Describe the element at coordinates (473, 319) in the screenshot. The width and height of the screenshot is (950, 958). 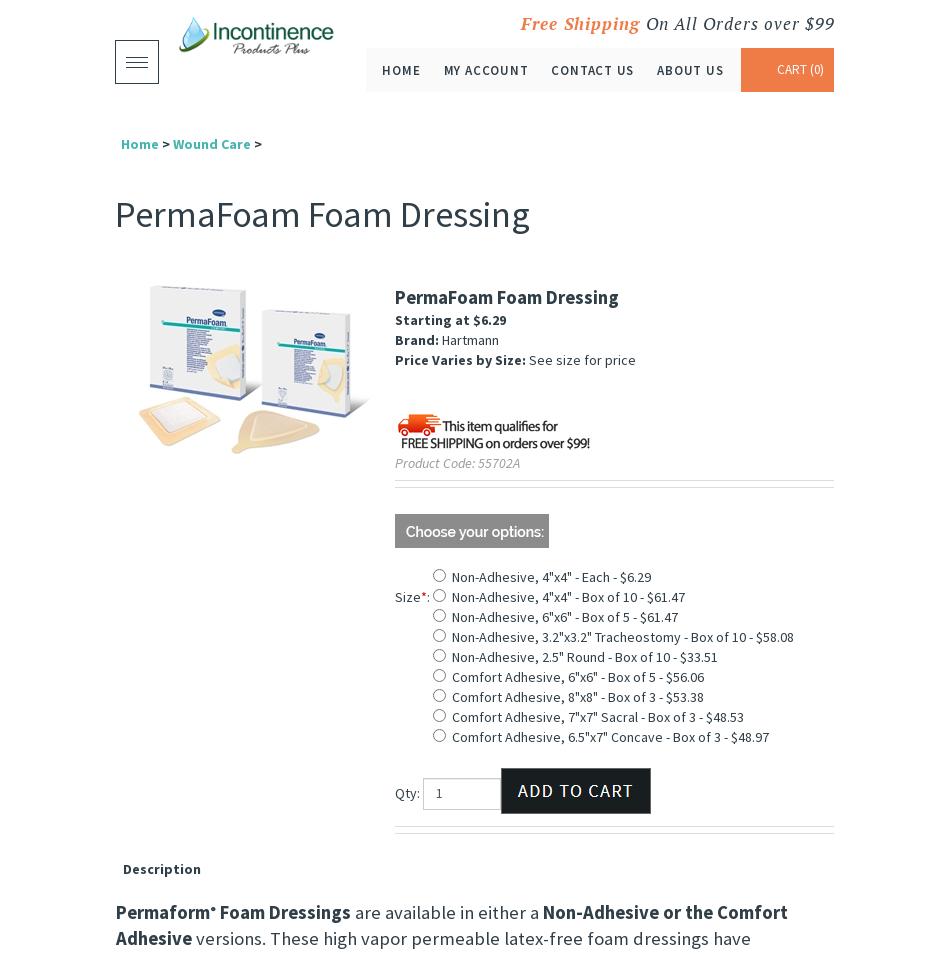
I see `'$'` at that location.